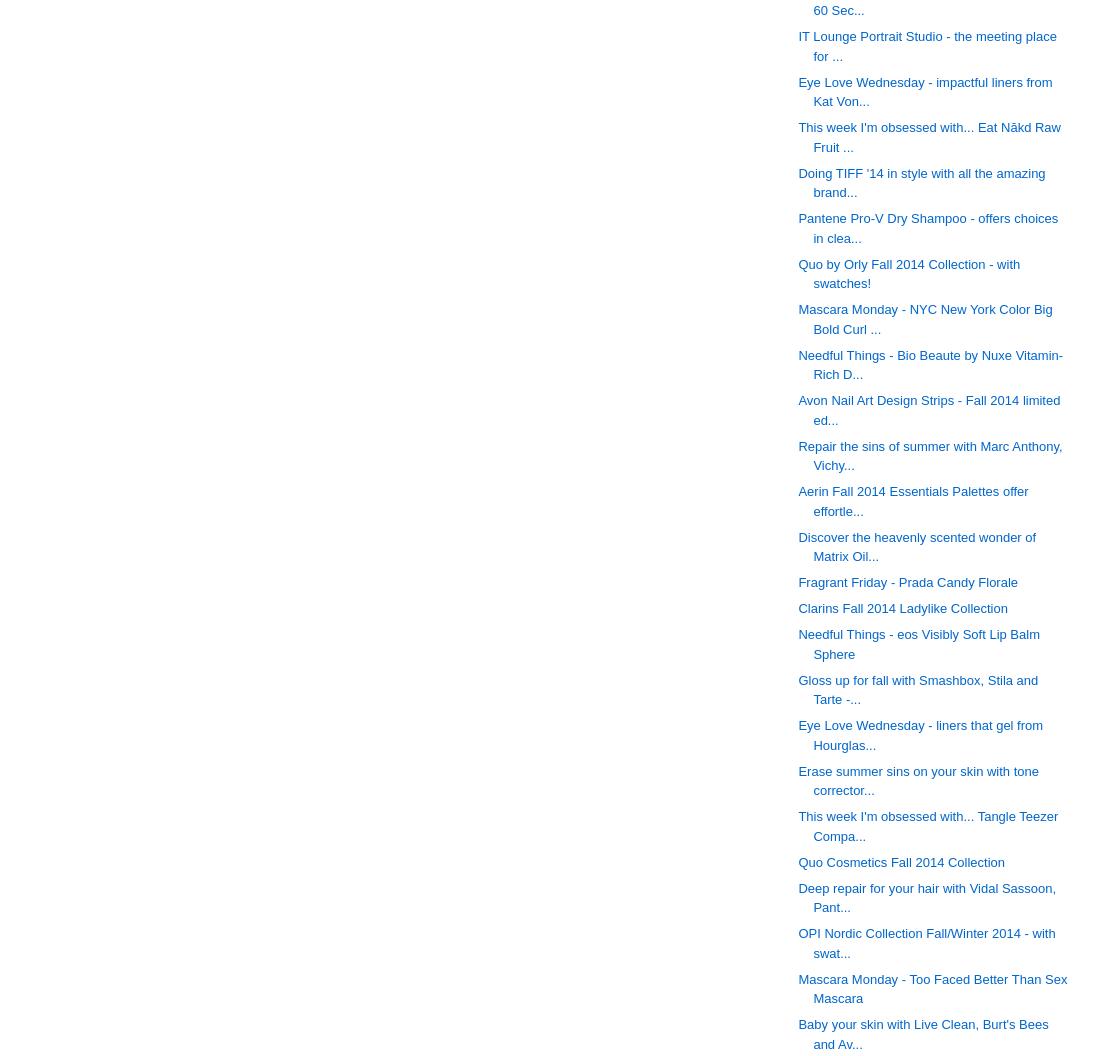 The height and width of the screenshot is (1056, 1100). Describe the element at coordinates (918, 779) in the screenshot. I see `'Erase summer sins on your skin with tone corrector...'` at that location.